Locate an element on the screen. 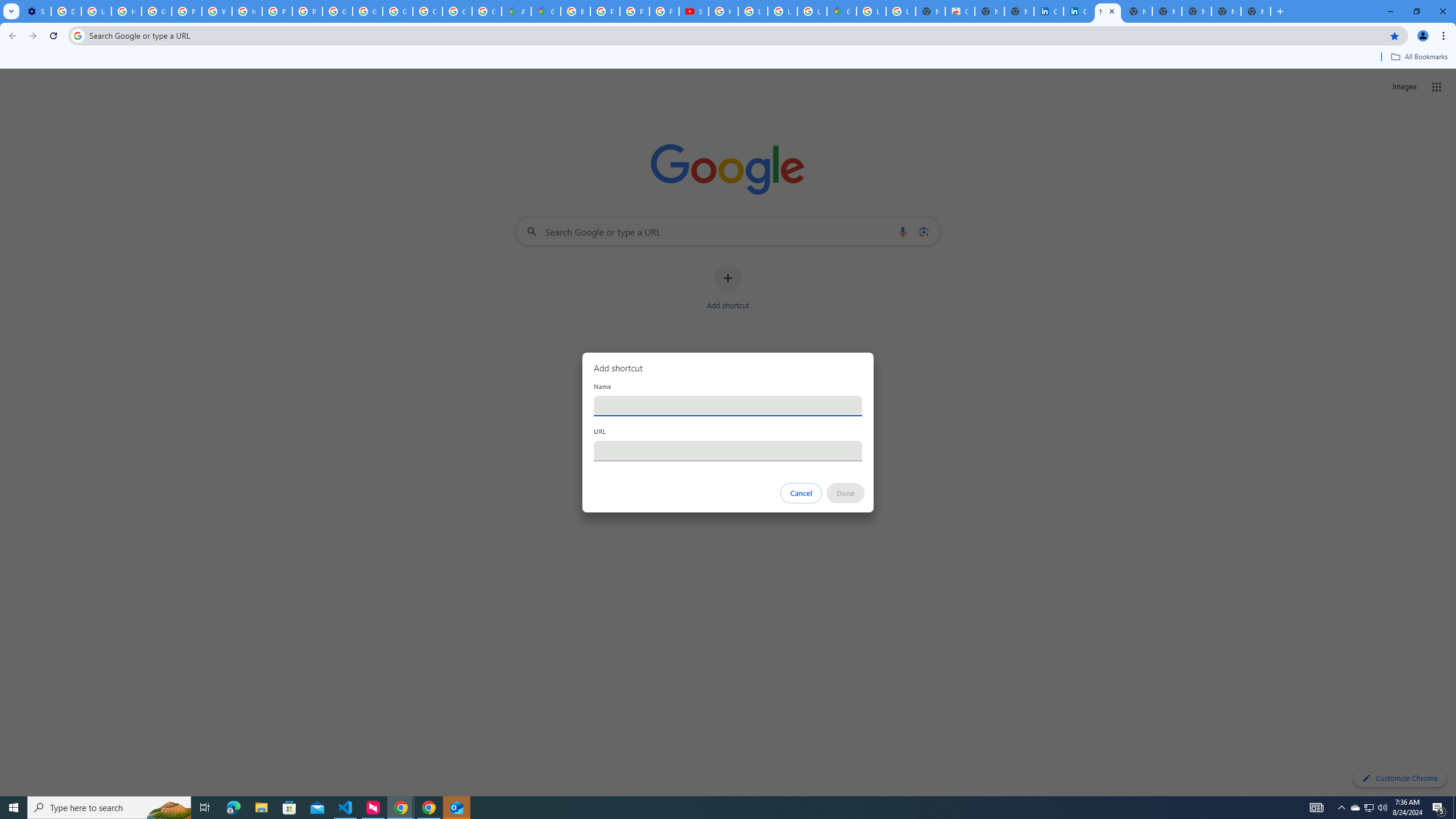 Image resolution: width=1456 pixels, height=819 pixels. 'Name' is located at coordinates (728, 405).